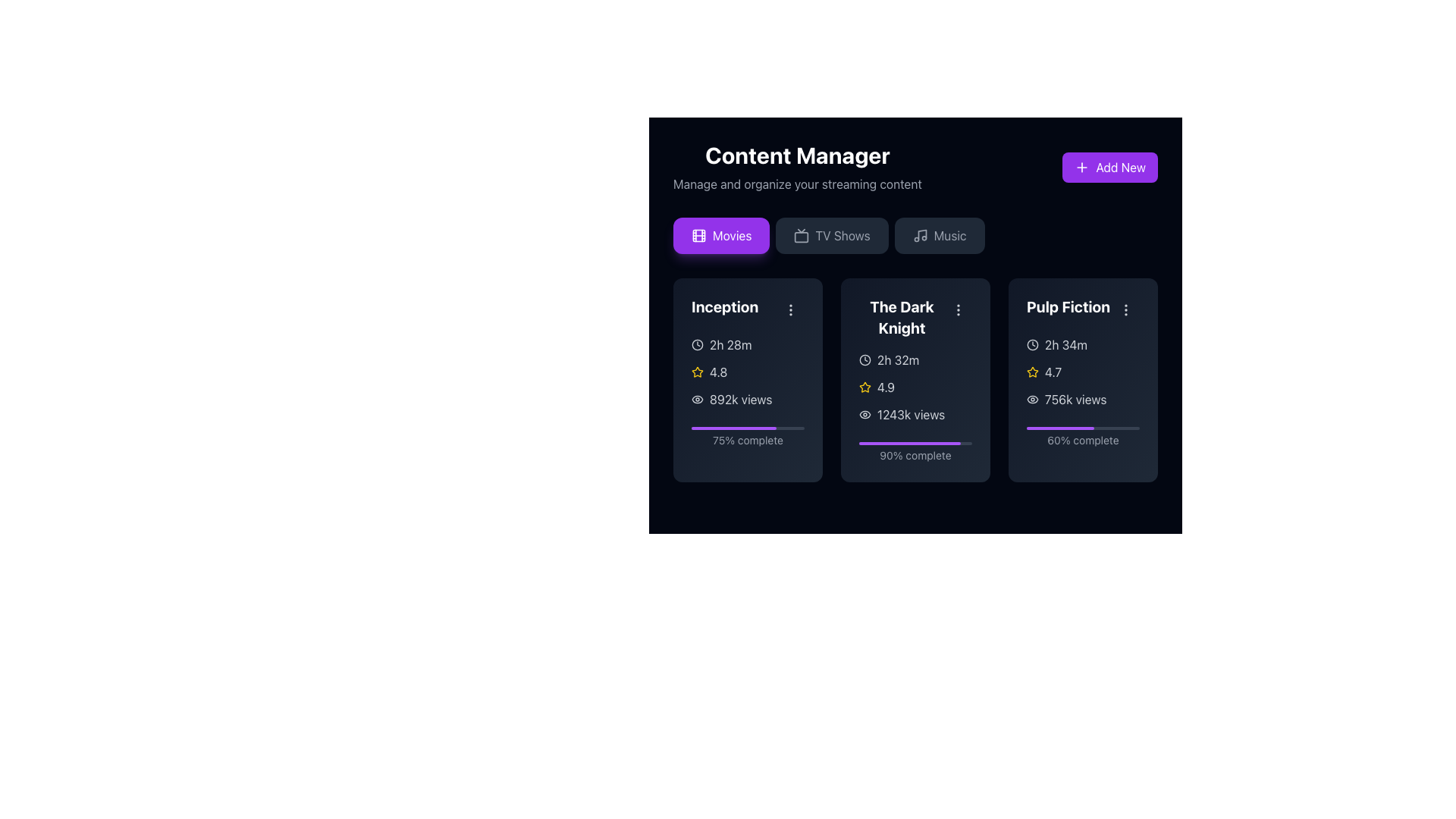  I want to click on the 'Music' button, which is the third button in a row below the title 'Content Manager', so click(919, 236).